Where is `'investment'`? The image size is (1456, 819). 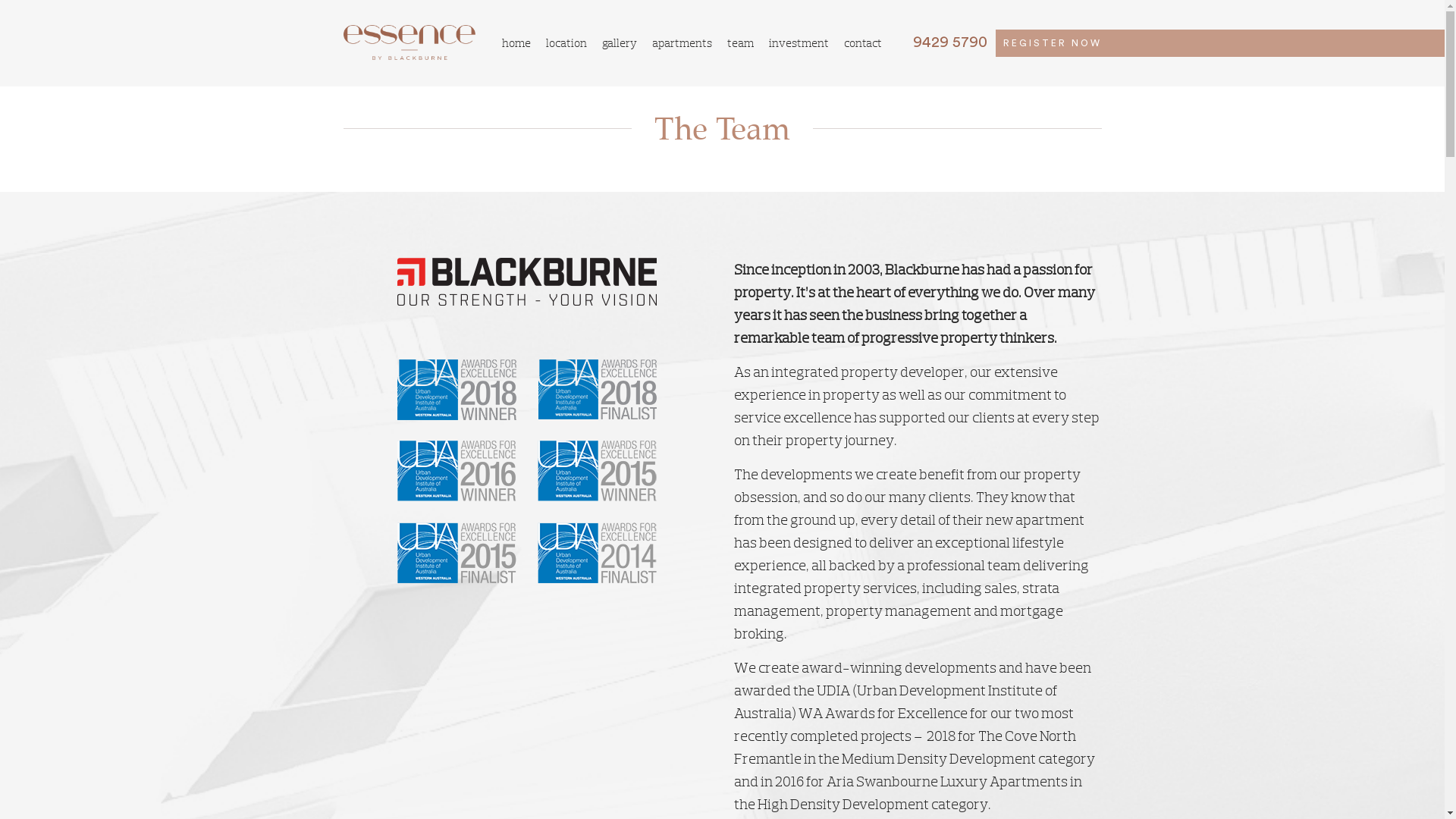
'investment' is located at coordinates (798, 42).